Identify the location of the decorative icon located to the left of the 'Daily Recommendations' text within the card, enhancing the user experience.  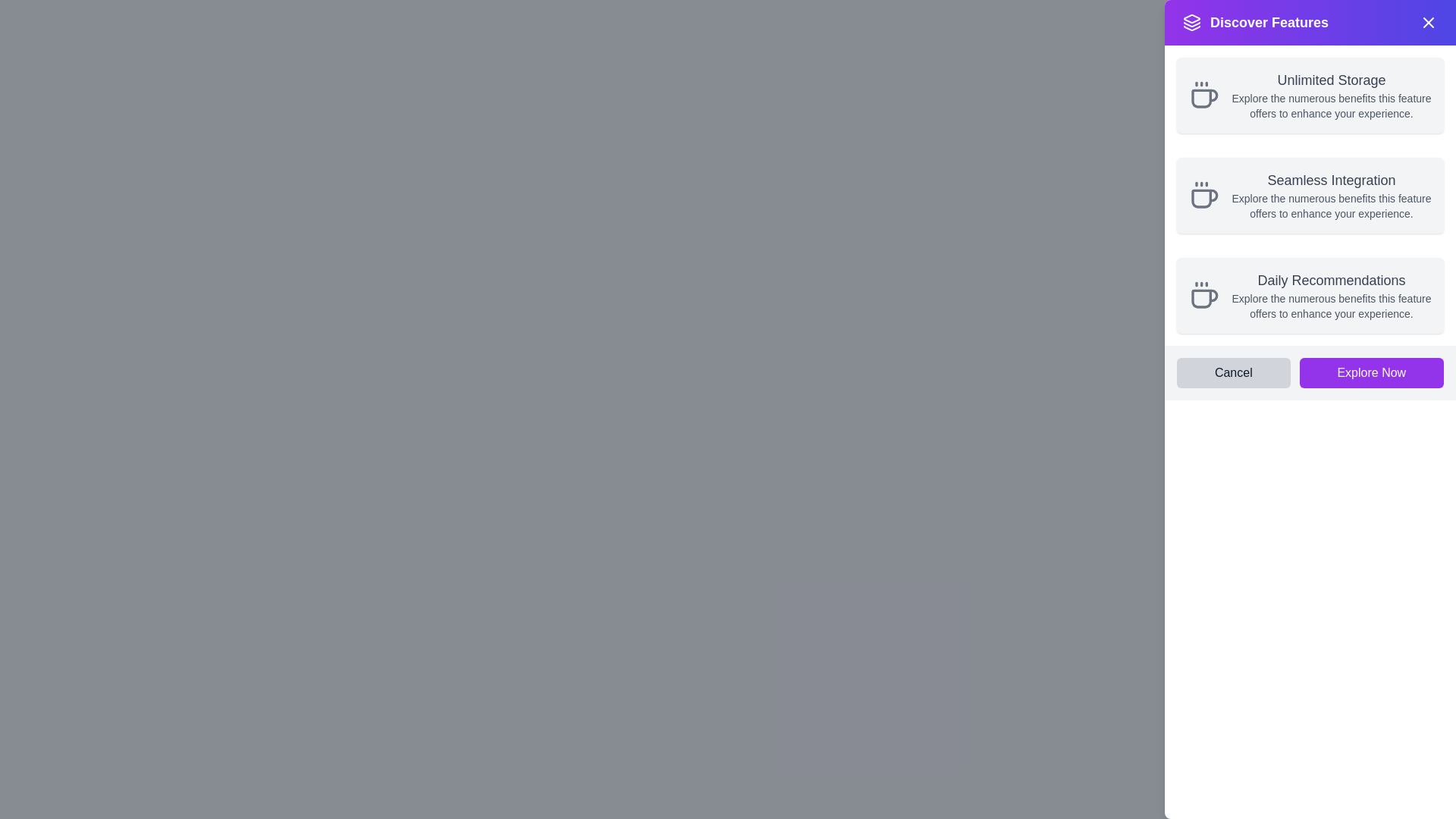
(1203, 295).